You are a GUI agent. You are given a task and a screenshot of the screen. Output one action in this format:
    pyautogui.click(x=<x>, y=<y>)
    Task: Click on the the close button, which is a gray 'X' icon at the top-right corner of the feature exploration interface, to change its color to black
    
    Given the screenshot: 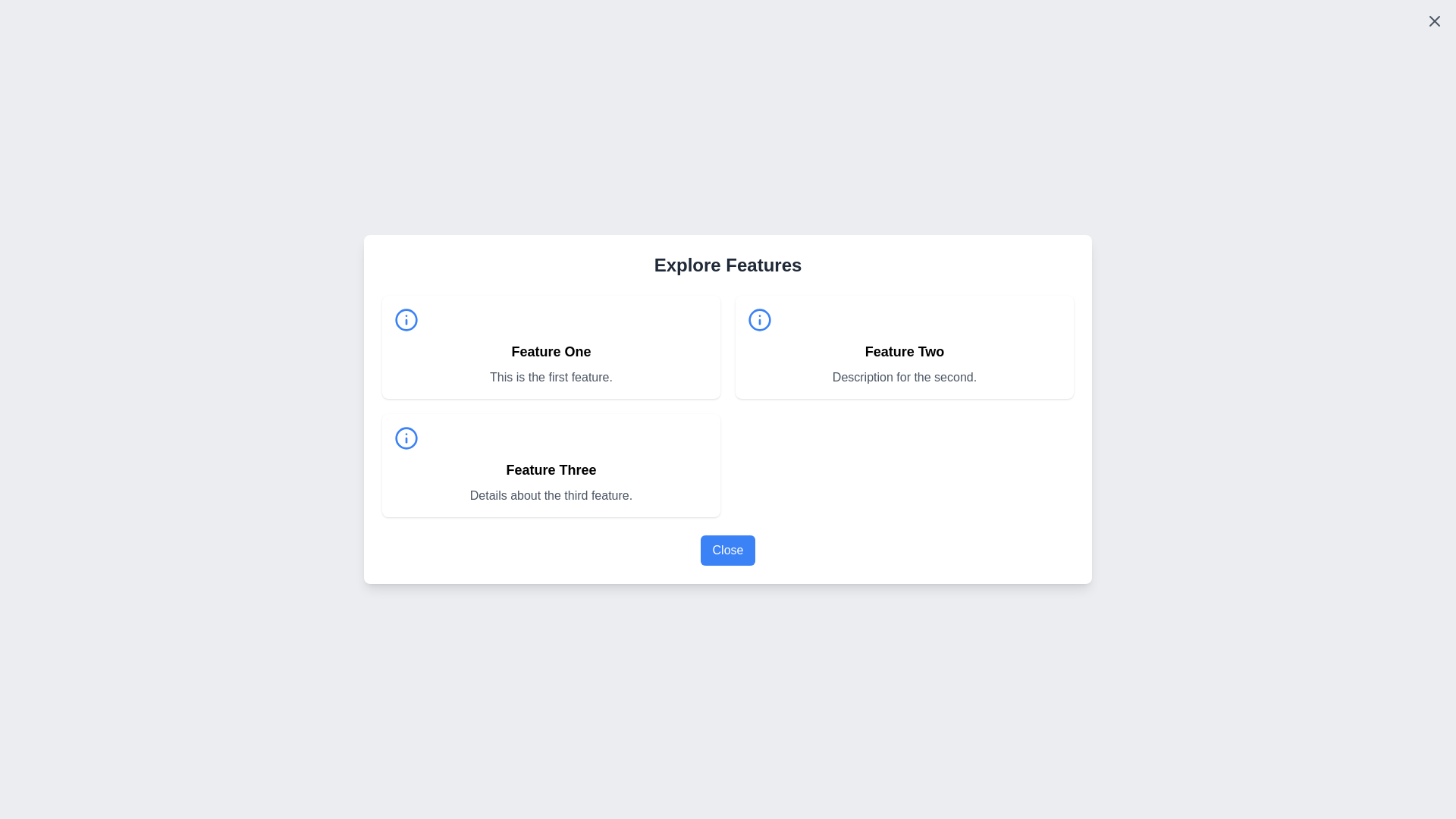 What is the action you would take?
    pyautogui.click(x=1433, y=20)
    